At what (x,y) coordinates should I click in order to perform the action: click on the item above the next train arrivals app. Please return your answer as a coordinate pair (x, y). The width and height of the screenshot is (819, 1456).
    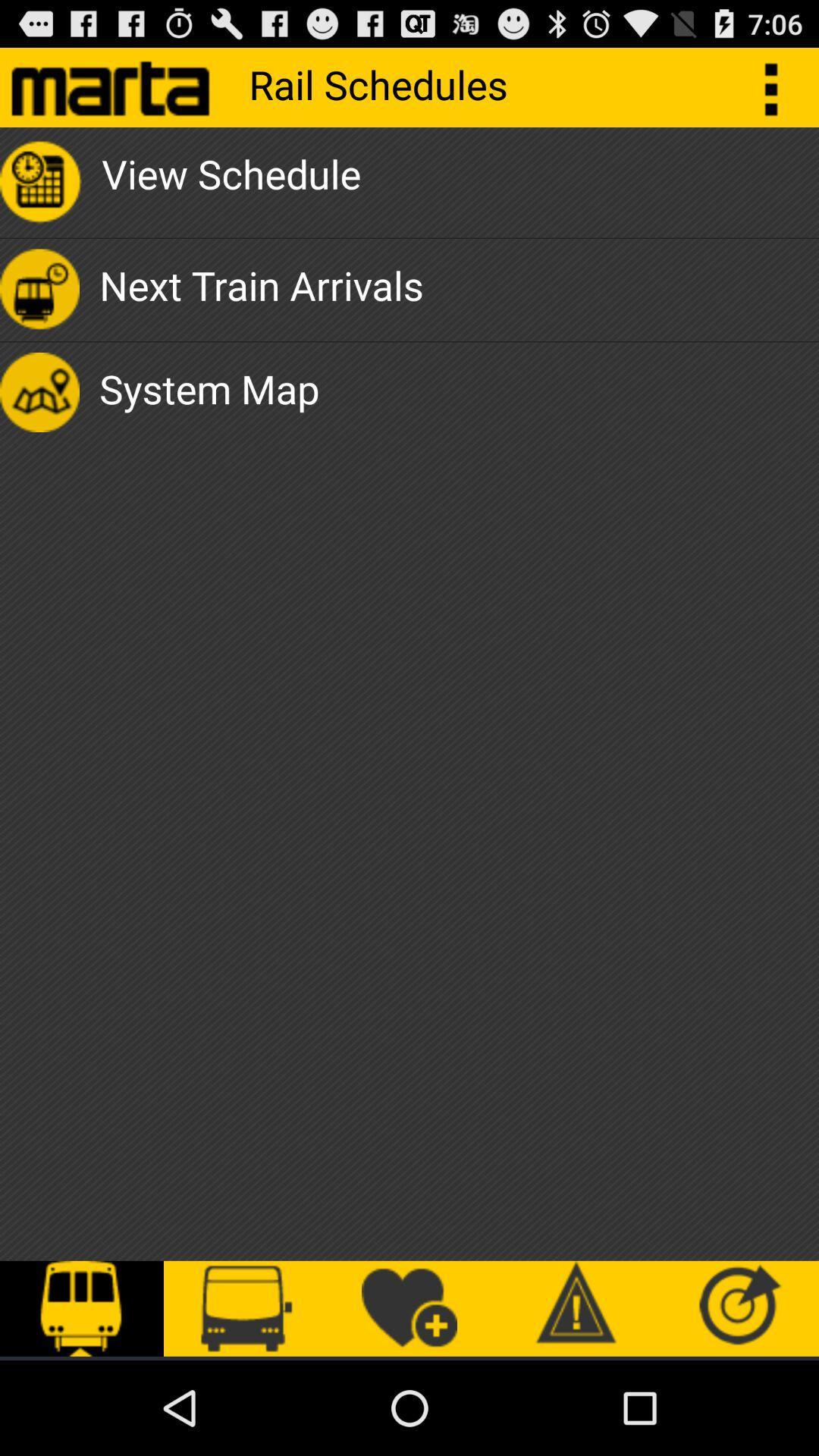
    Looking at the image, I should click on (231, 182).